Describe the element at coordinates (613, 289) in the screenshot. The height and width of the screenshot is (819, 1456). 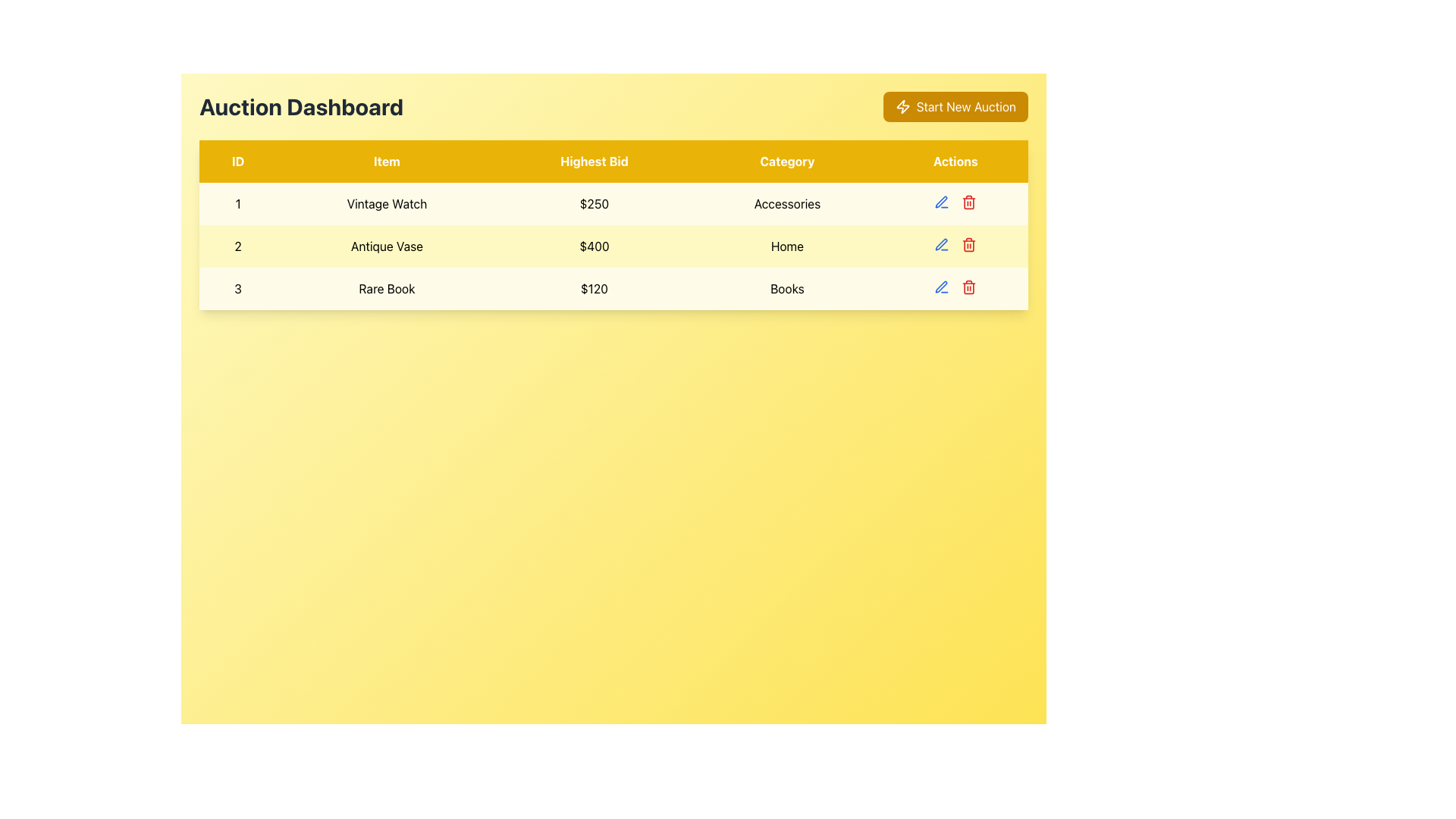
I see `the third row element in the tabular data structure that displays item details including name, price, and category` at that location.